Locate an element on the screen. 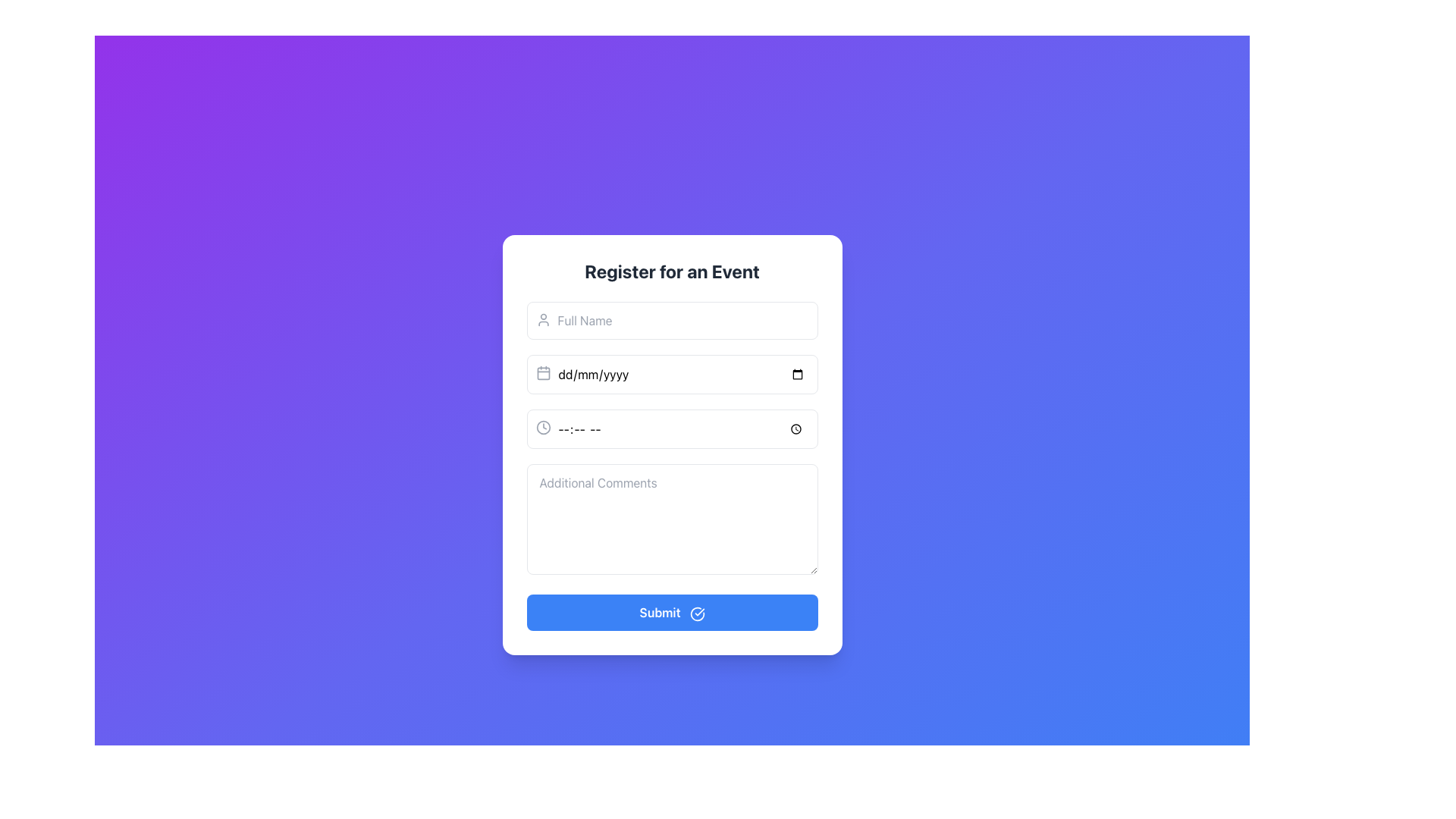 Image resolution: width=1456 pixels, height=819 pixels. the clock icon located inside the 'Register for an Event' input field to interact with the time picker is located at coordinates (543, 427).